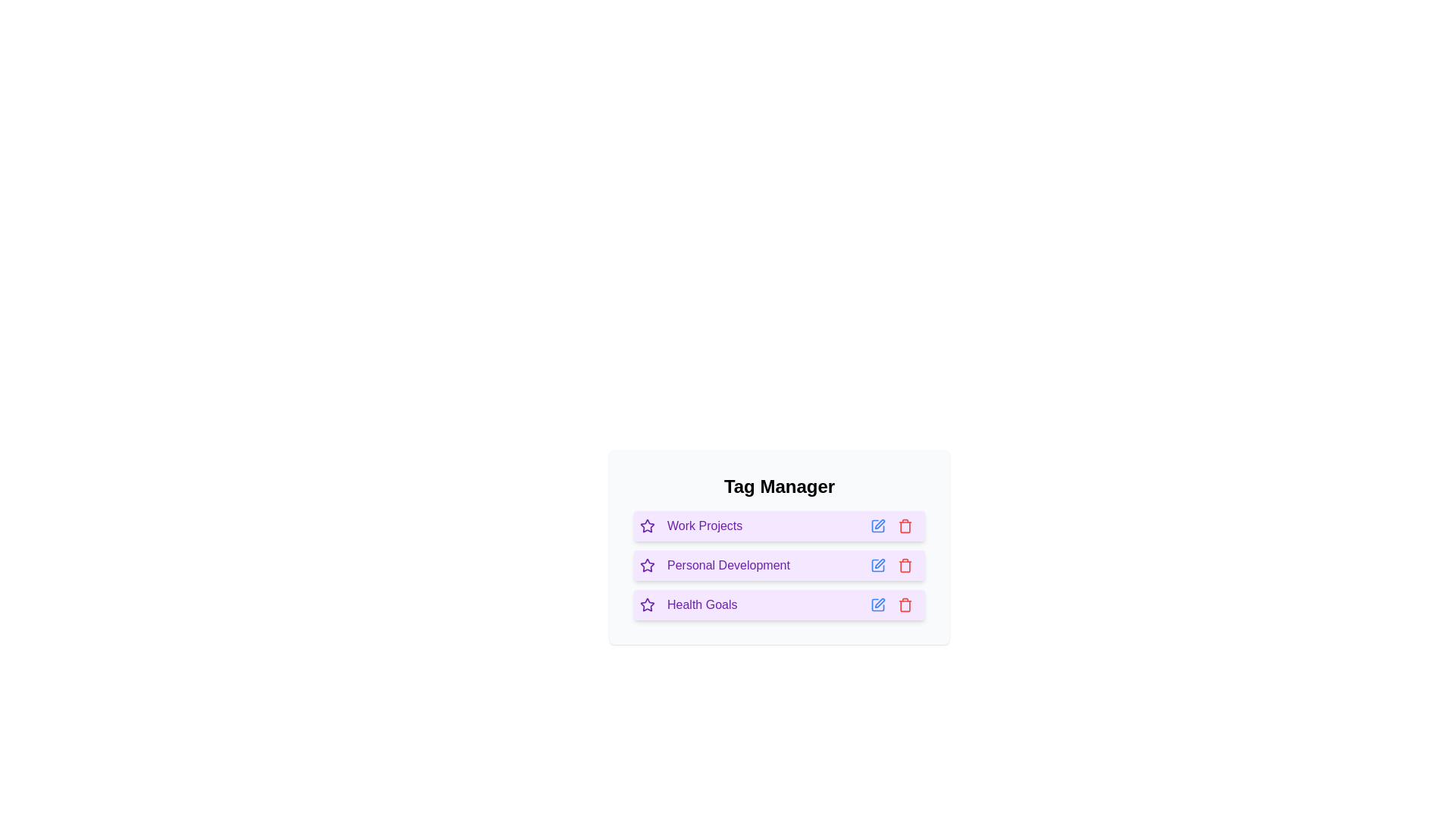 This screenshot has width=1456, height=819. Describe the element at coordinates (648, 565) in the screenshot. I see `the star icon next to the tag Personal Development` at that location.